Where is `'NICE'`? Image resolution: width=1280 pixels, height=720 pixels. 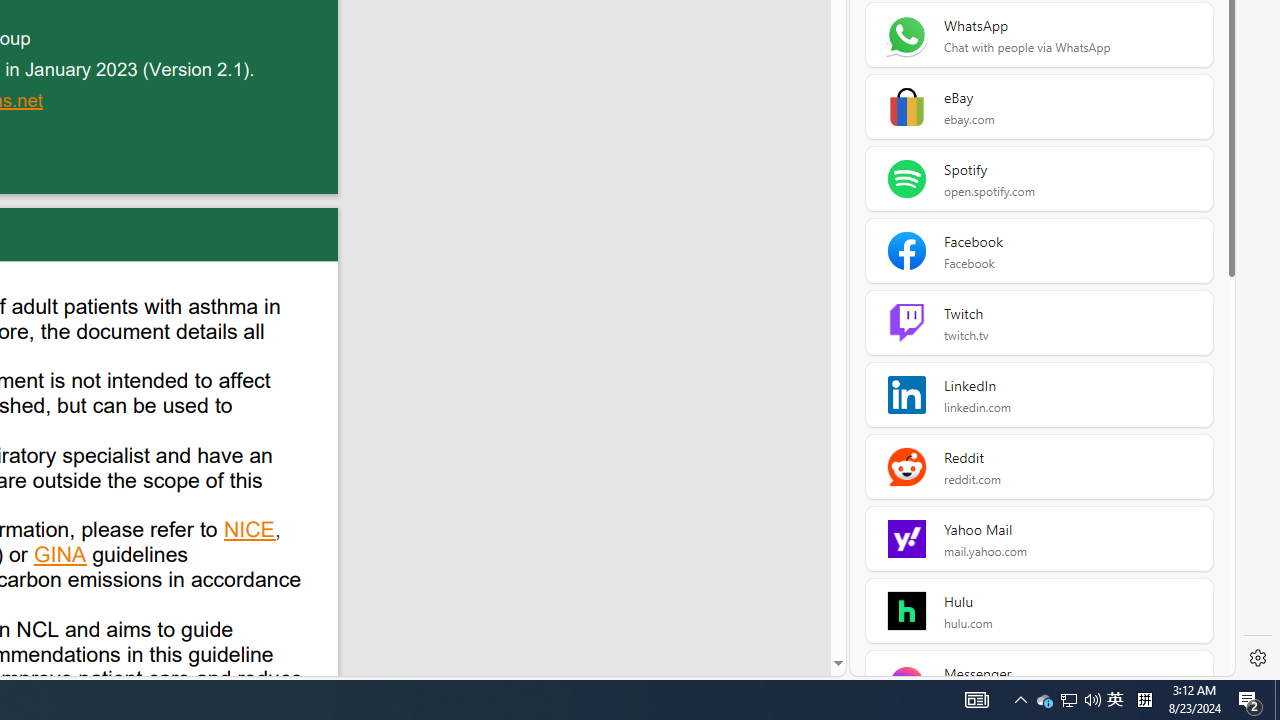 'NICE' is located at coordinates (249, 531).